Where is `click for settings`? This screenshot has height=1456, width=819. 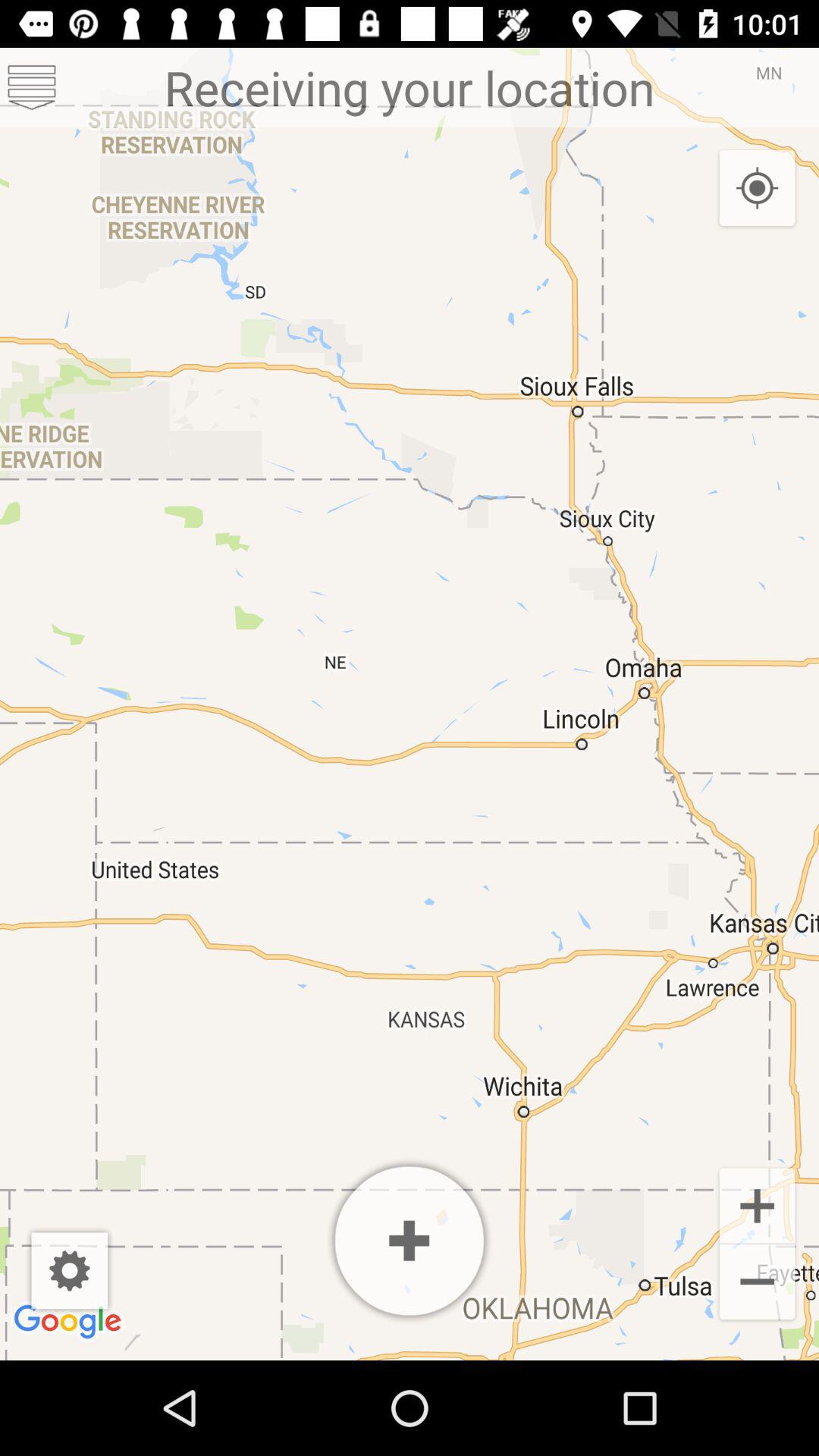 click for settings is located at coordinates (69, 1270).